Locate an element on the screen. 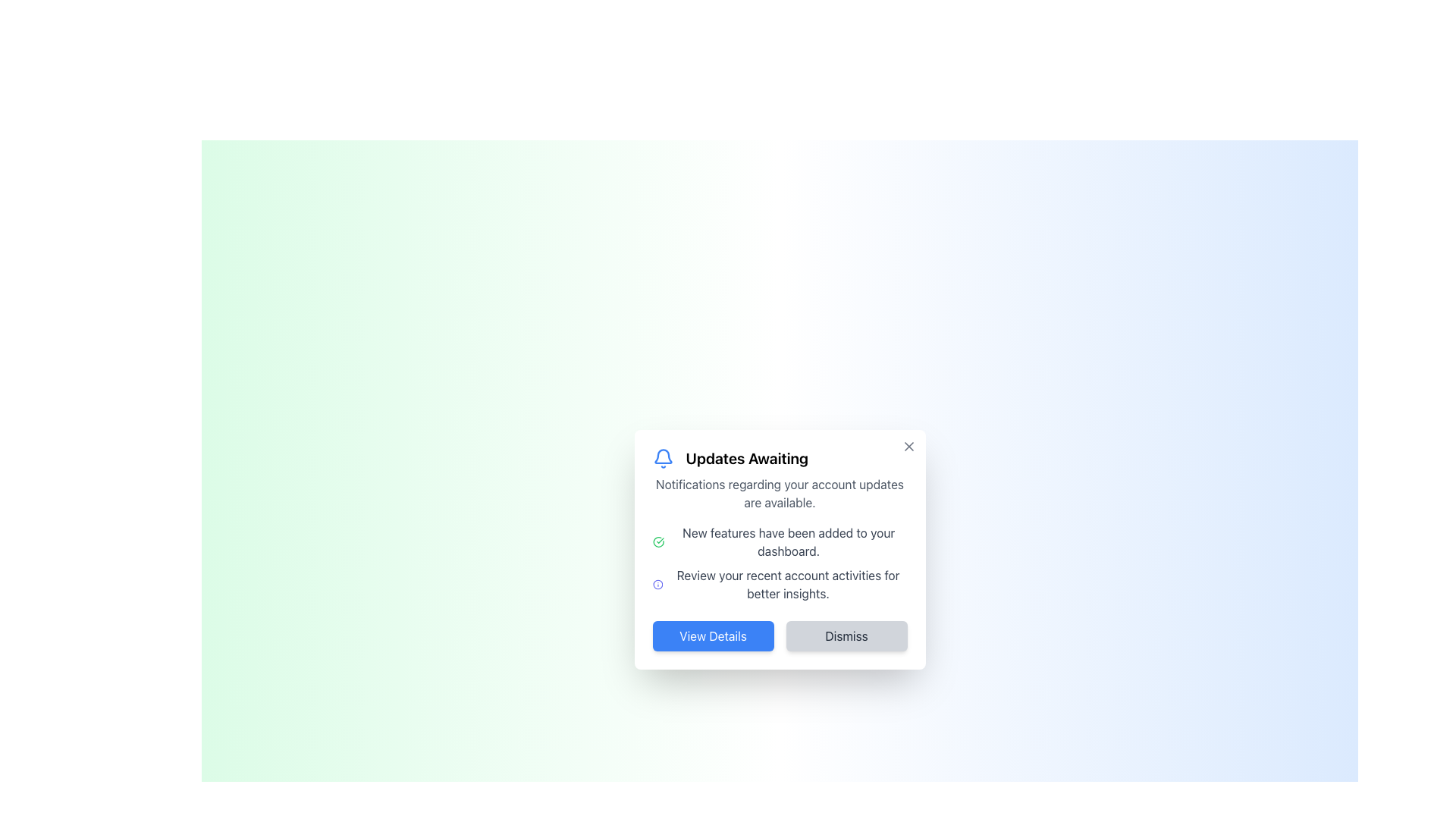 Image resolution: width=1456 pixels, height=819 pixels. informational text that notifies the user about new features added to their dashboard, located below the bold heading 'Updates Awaiting' in the notification box is located at coordinates (780, 541).